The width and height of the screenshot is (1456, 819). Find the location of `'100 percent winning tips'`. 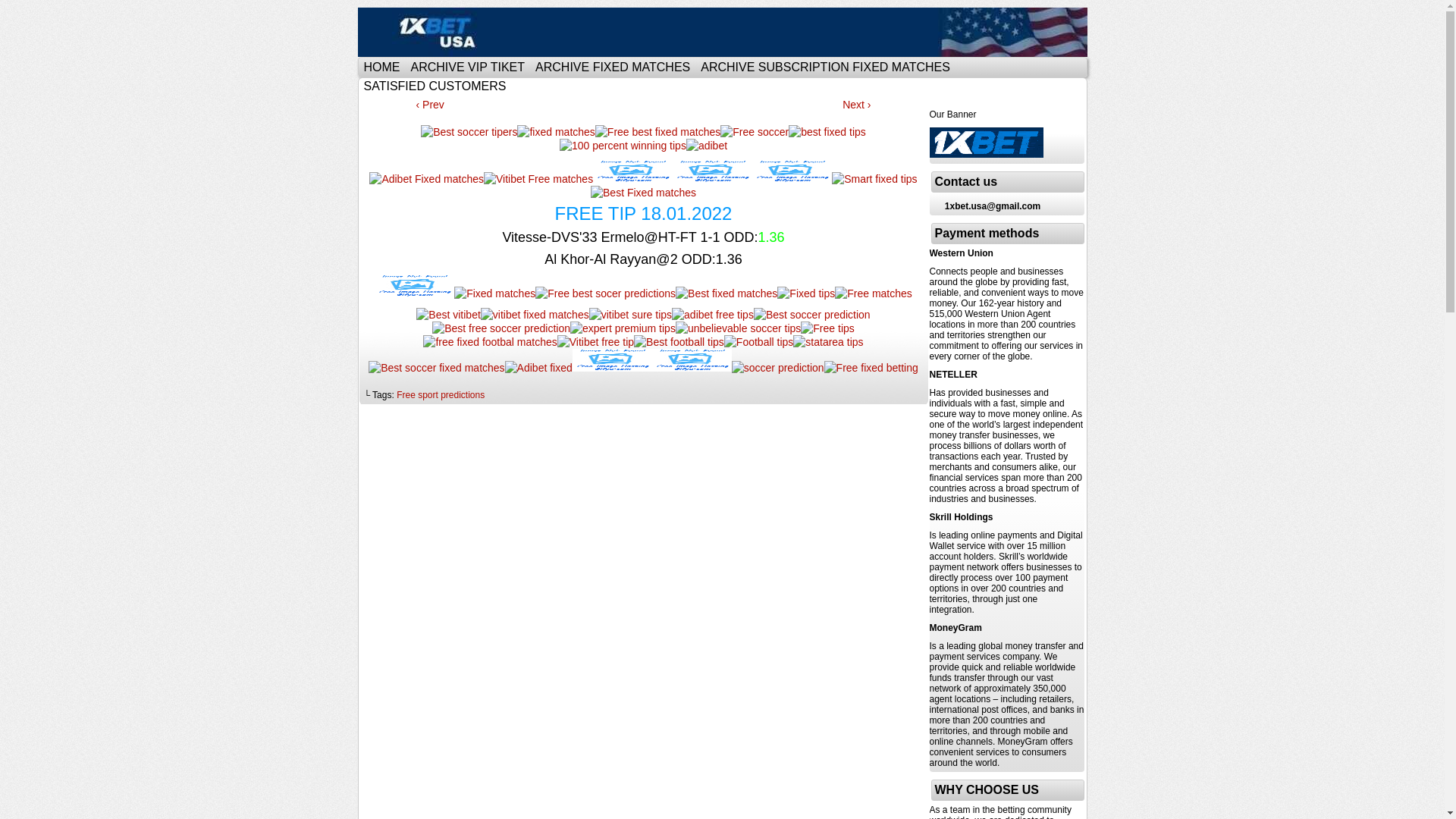

'100 percent winning tips' is located at coordinates (623, 146).